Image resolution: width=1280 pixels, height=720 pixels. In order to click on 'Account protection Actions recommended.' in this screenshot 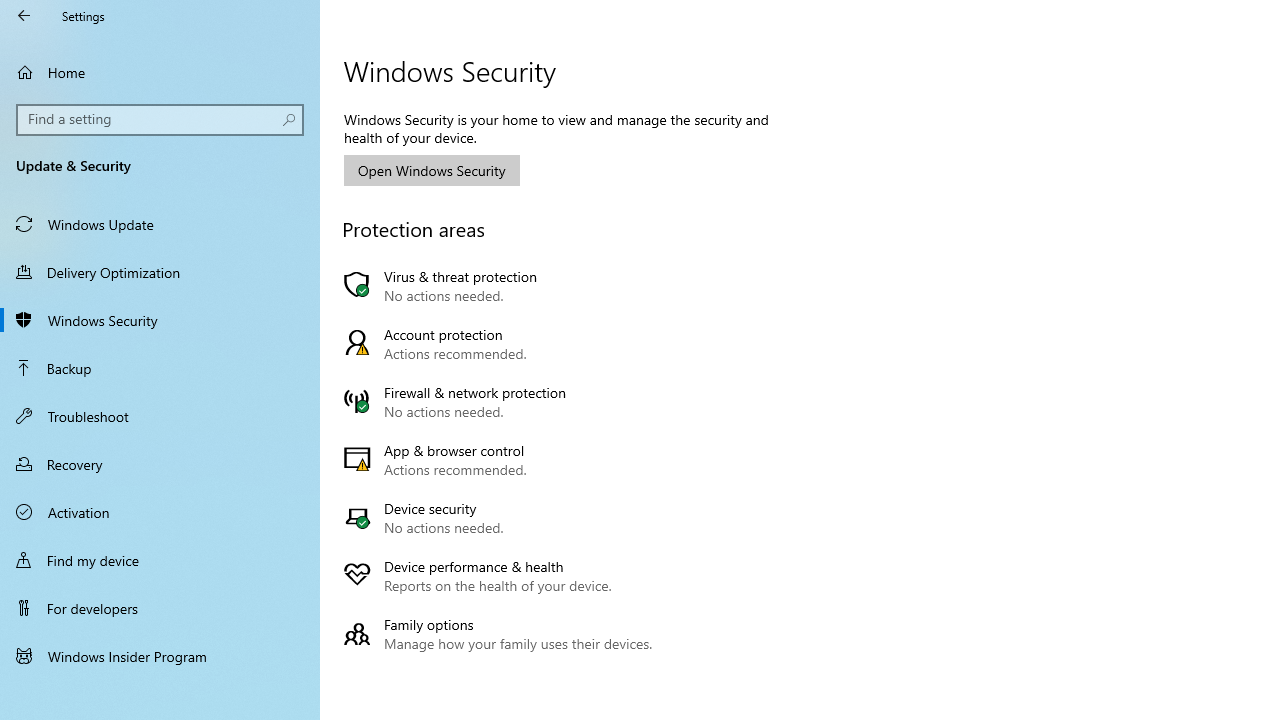, I will do `click(503, 343)`.